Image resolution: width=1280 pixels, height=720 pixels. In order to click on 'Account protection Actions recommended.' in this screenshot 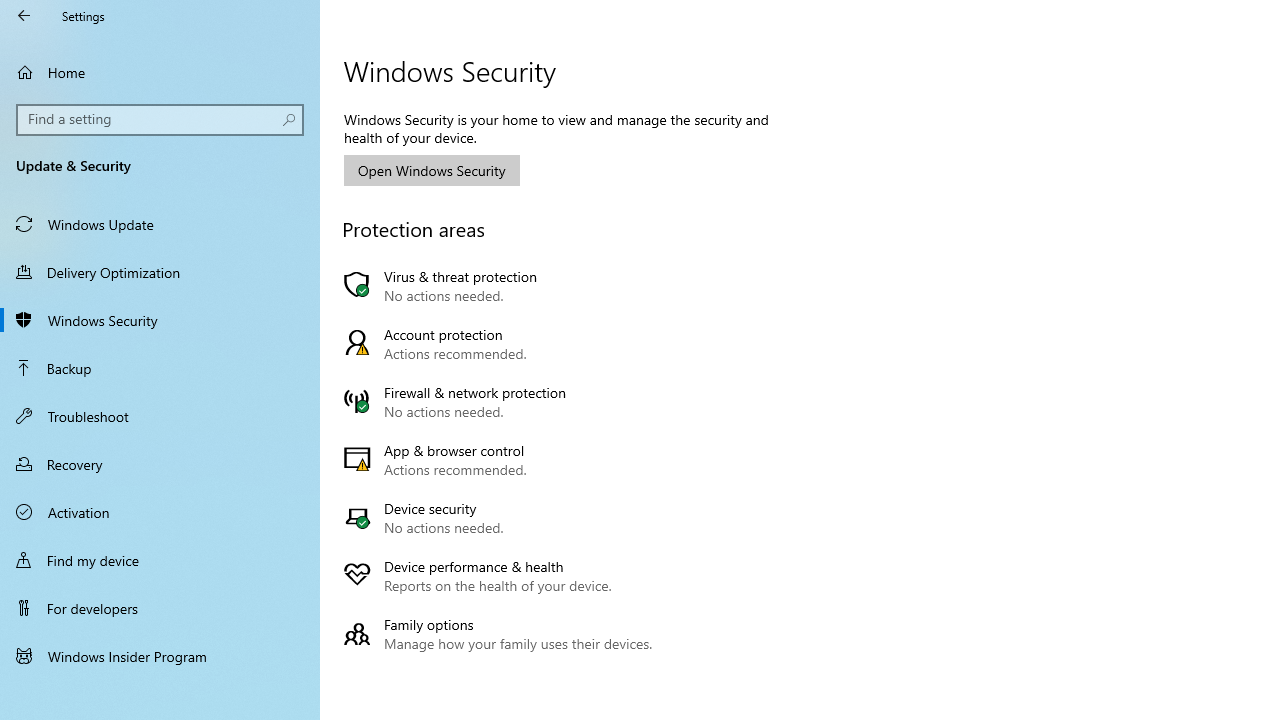, I will do `click(503, 343)`.